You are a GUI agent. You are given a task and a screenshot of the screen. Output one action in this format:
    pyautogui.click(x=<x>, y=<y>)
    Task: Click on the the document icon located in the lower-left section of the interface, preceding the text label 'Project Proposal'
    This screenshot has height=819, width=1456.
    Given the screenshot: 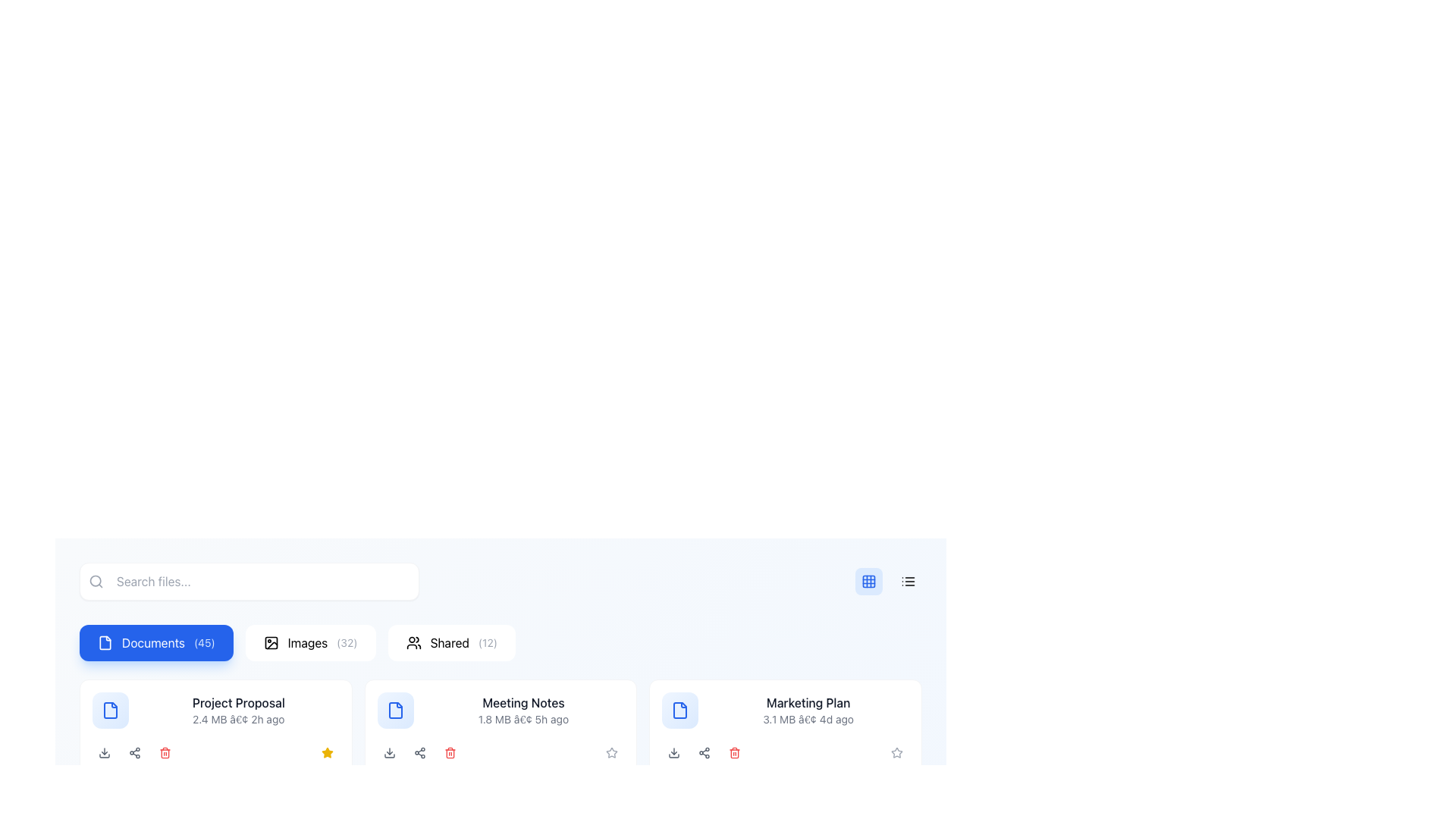 What is the action you would take?
    pyautogui.click(x=109, y=711)
    